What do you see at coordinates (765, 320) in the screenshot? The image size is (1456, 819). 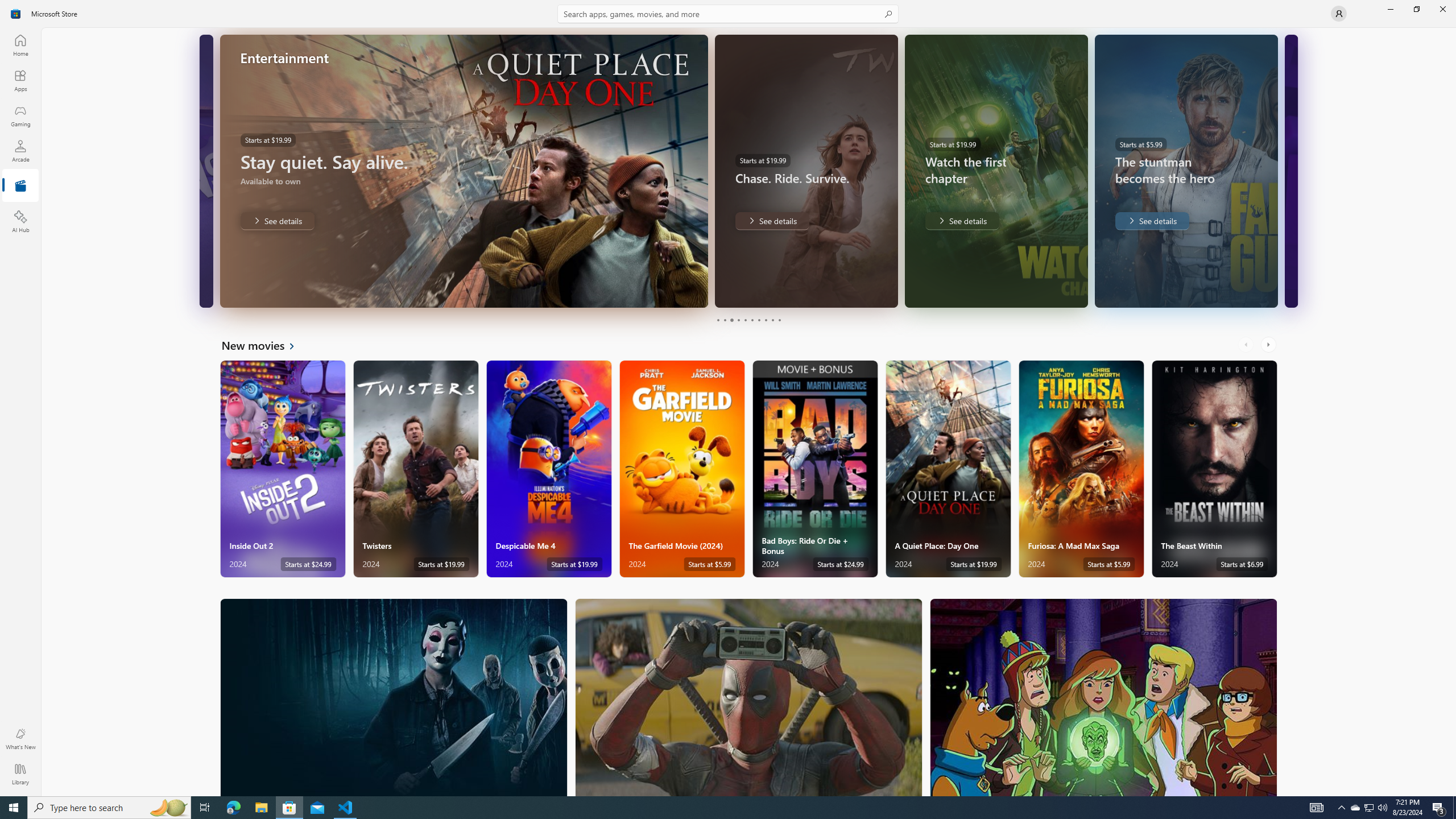 I see `'Page 8'` at bounding box center [765, 320].